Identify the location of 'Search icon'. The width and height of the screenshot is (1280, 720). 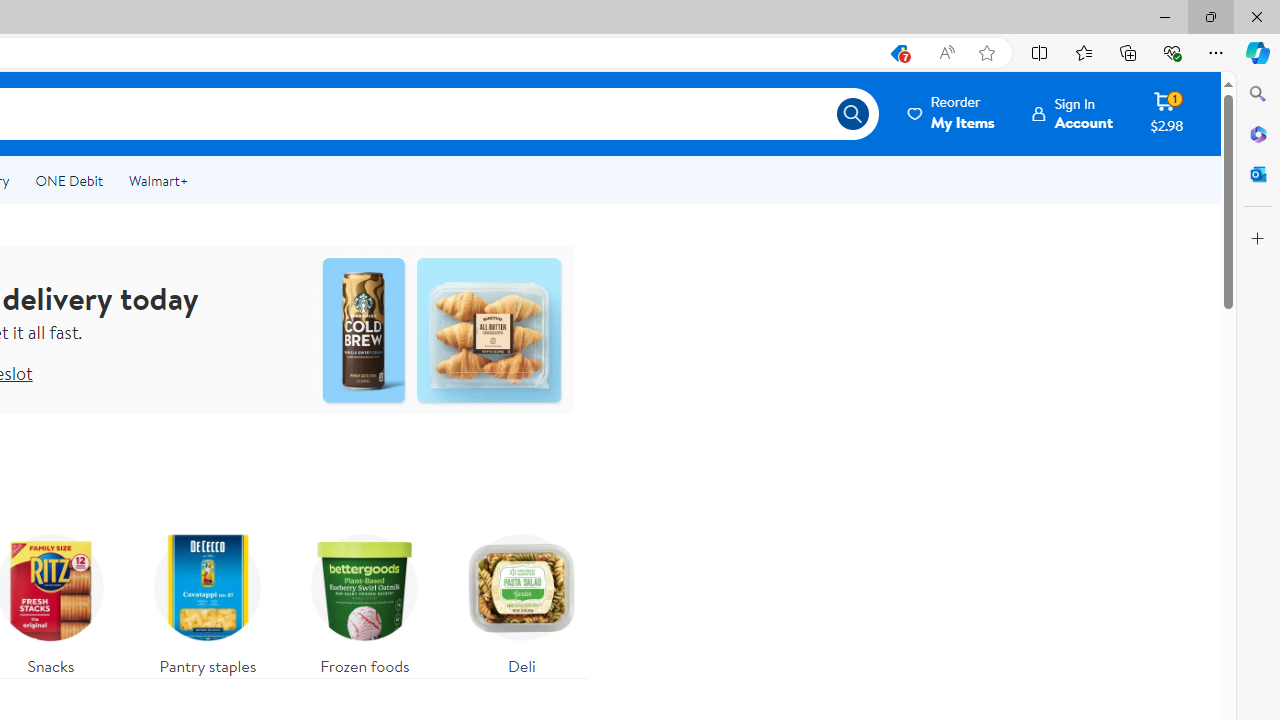
(852, 114).